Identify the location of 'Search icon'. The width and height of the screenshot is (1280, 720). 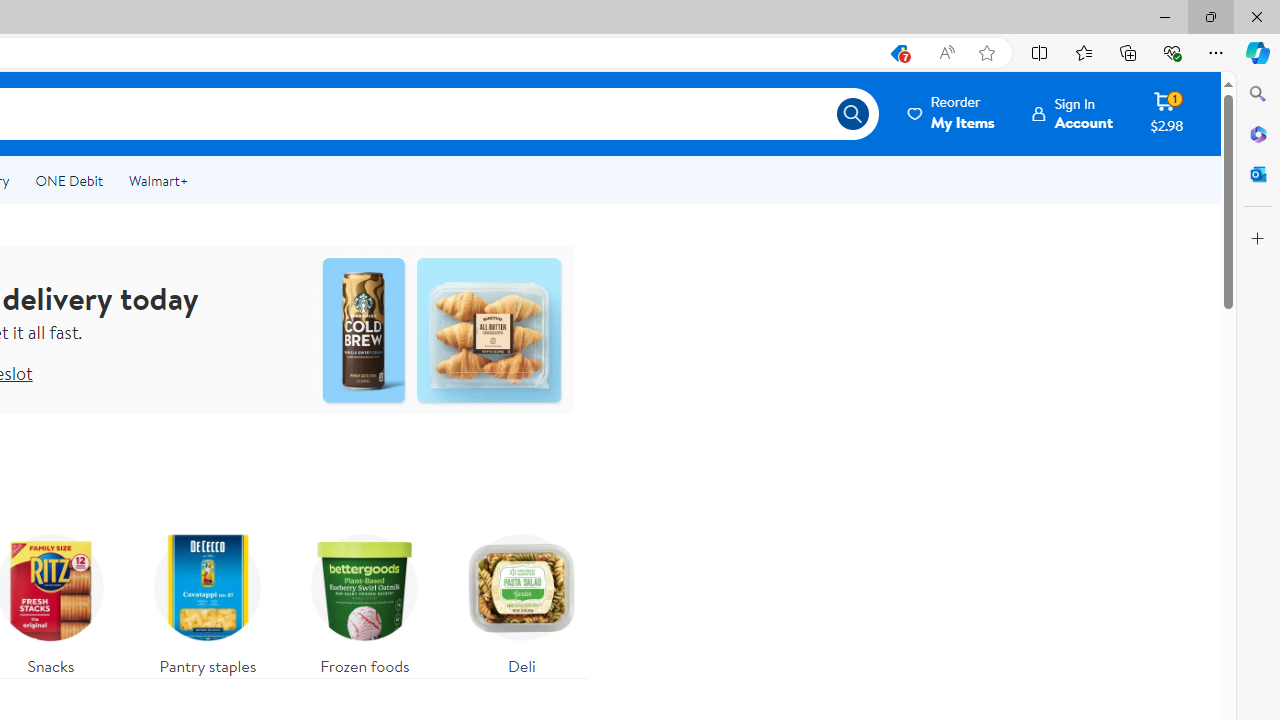
(852, 114).